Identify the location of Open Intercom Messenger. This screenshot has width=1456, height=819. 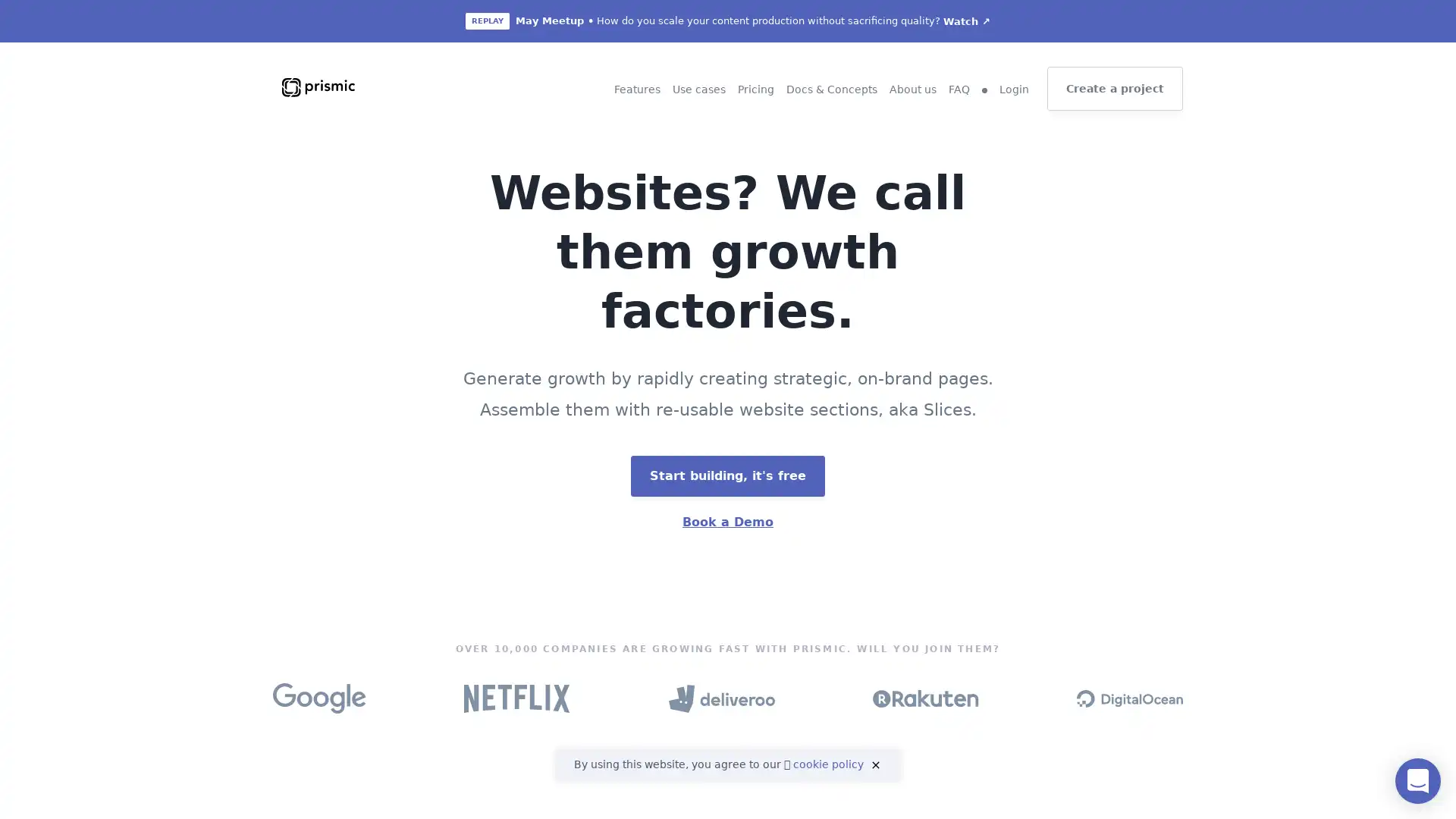
(1417, 780).